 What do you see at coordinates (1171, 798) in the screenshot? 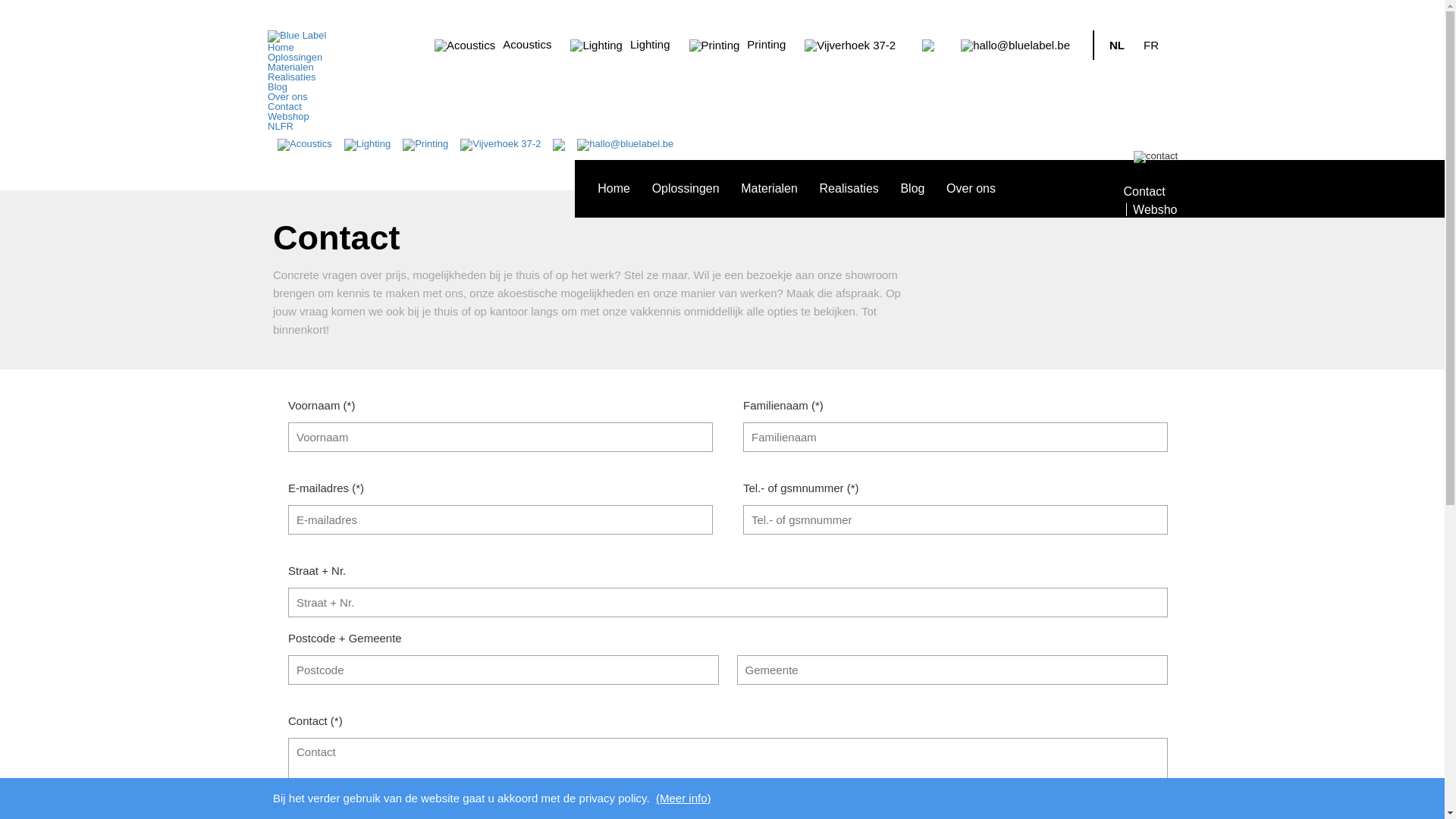
I see `'Cookies Akkoord'` at bounding box center [1171, 798].